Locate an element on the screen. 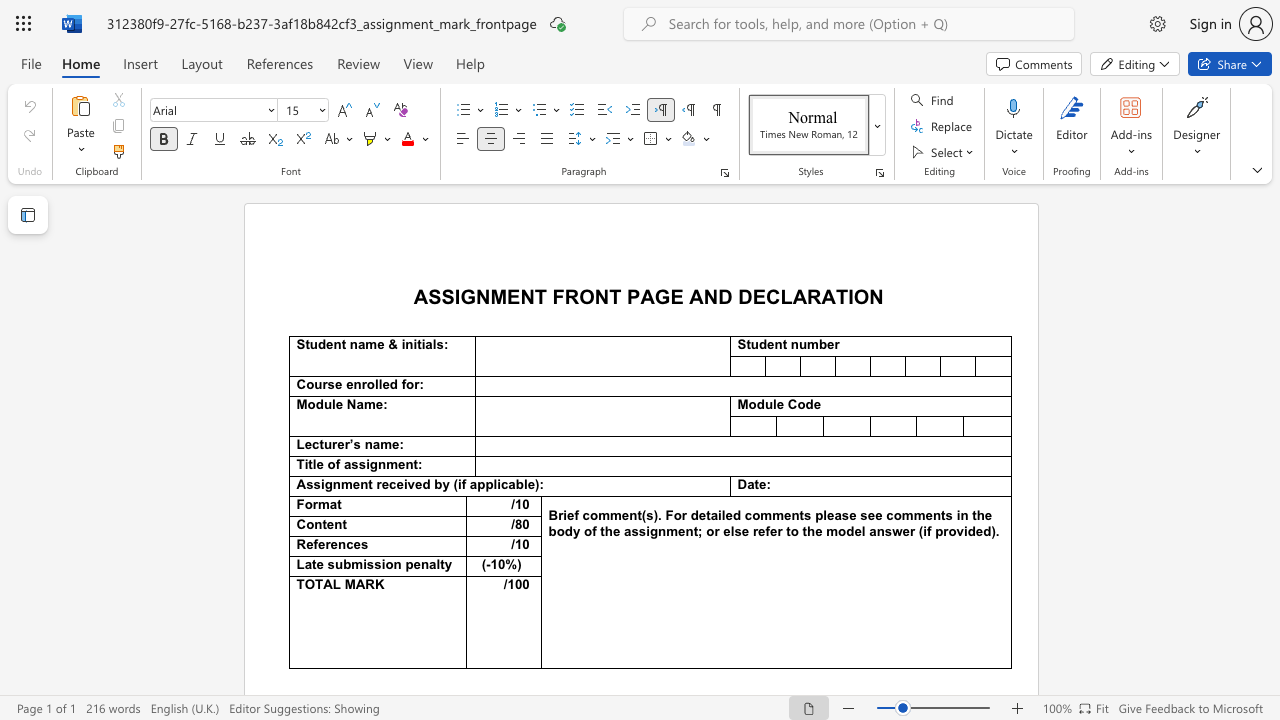  the subset text "itial" within the text "Student name & initials" is located at coordinates (412, 343).